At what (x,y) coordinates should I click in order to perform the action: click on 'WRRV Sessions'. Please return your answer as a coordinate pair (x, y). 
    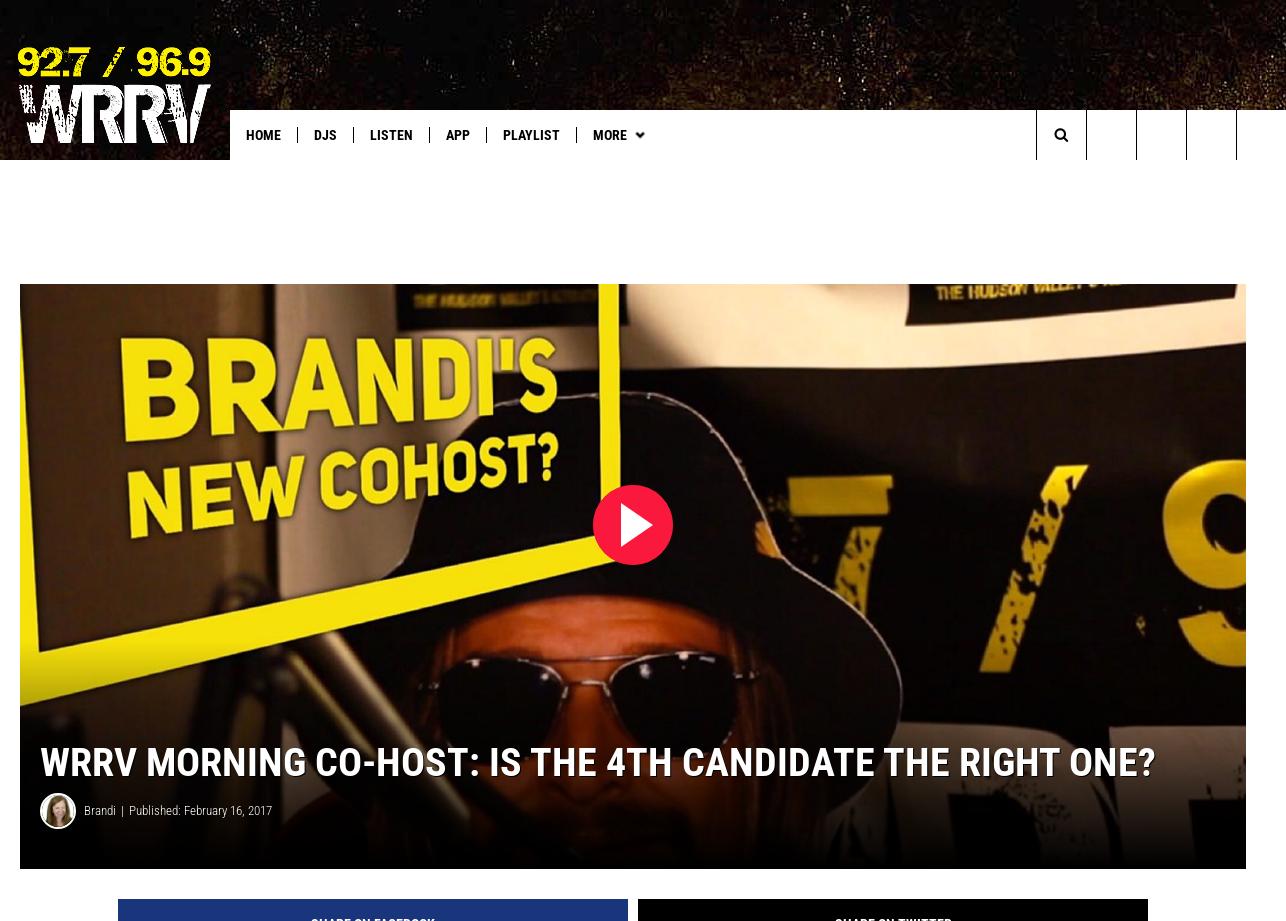
    Looking at the image, I should click on (590, 175).